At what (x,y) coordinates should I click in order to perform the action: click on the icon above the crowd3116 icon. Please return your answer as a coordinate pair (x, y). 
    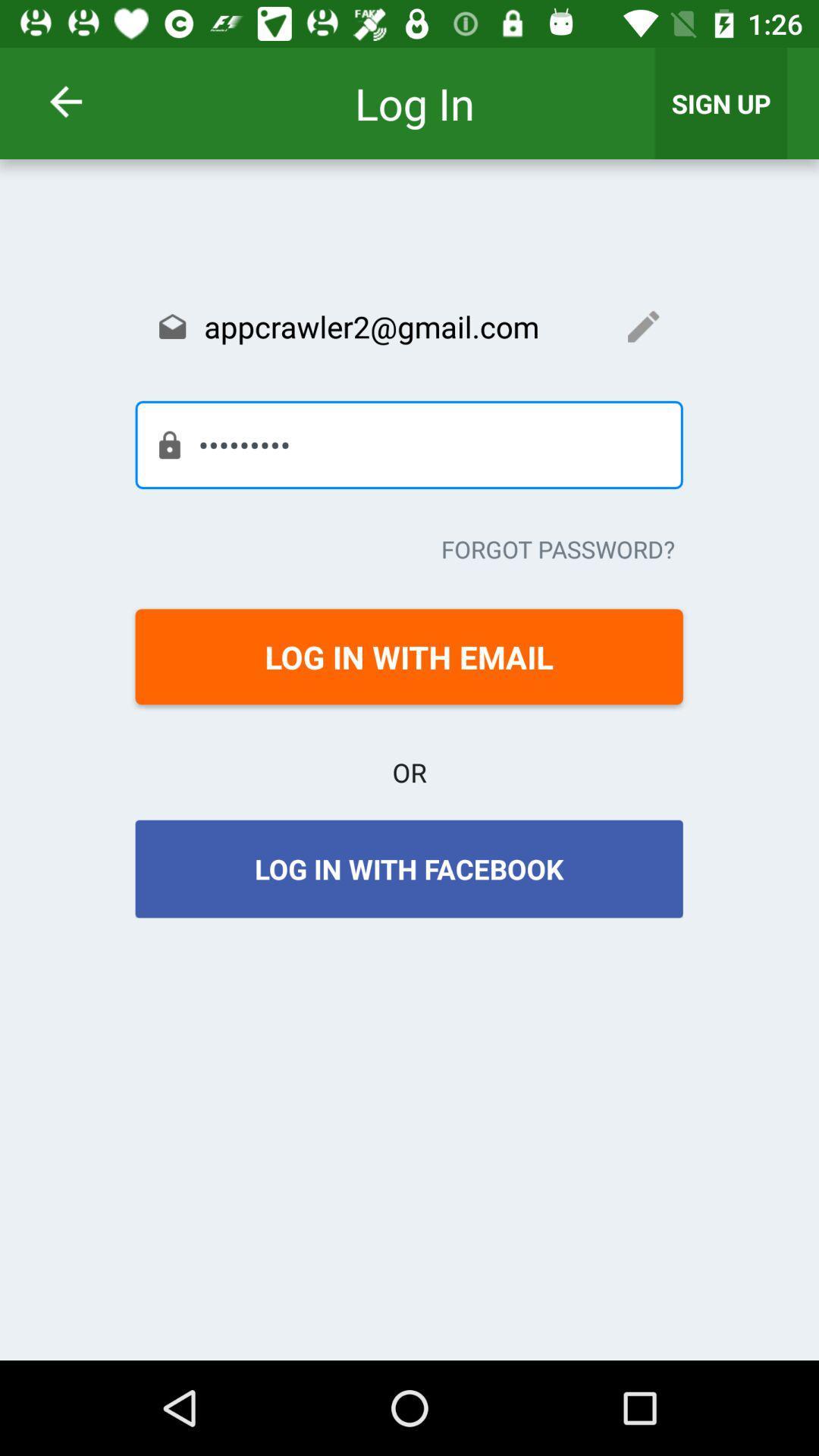
    Looking at the image, I should click on (408, 325).